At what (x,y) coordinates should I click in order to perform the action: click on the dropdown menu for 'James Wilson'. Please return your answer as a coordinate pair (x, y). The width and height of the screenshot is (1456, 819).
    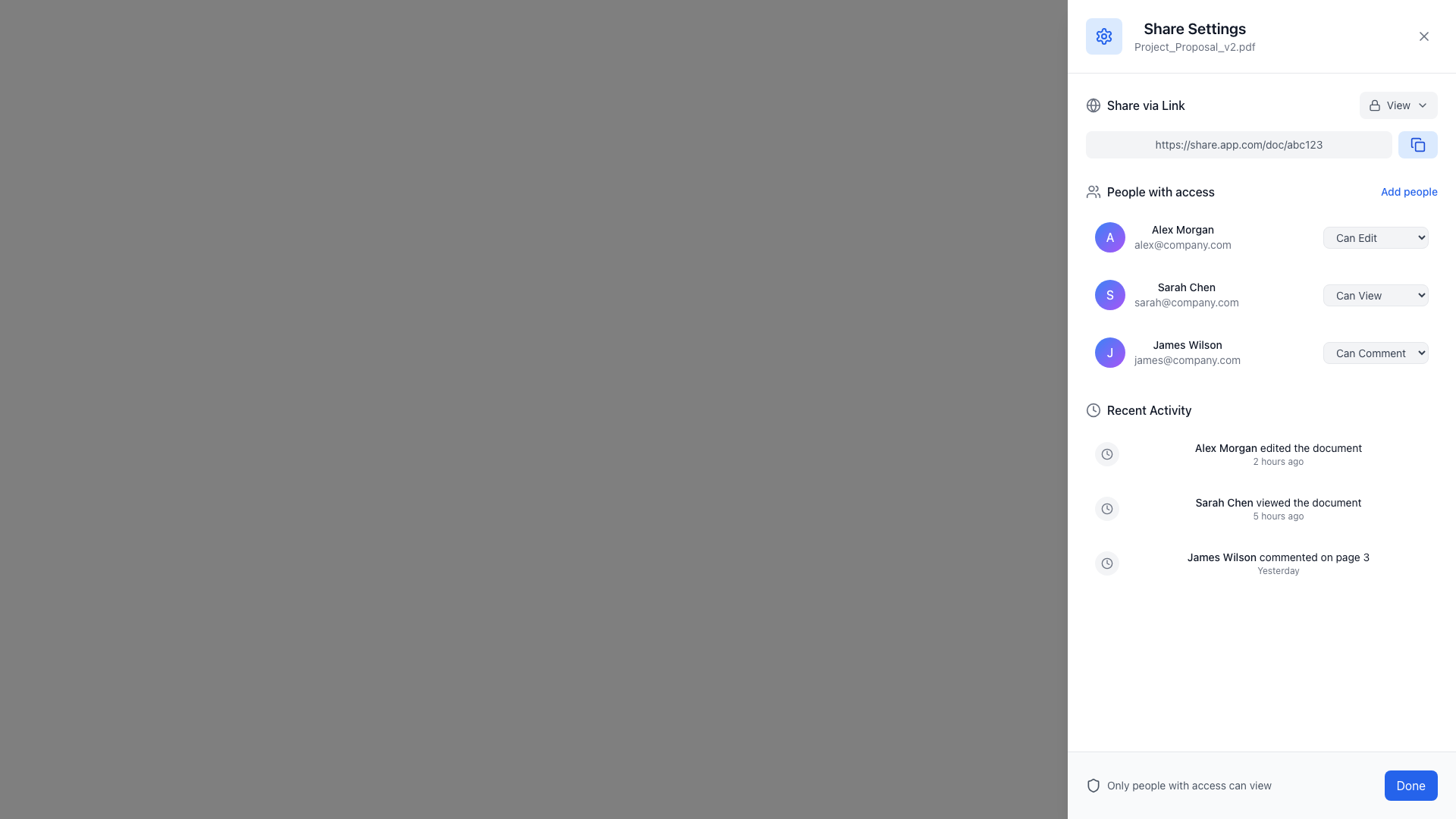
    Looking at the image, I should click on (1376, 353).